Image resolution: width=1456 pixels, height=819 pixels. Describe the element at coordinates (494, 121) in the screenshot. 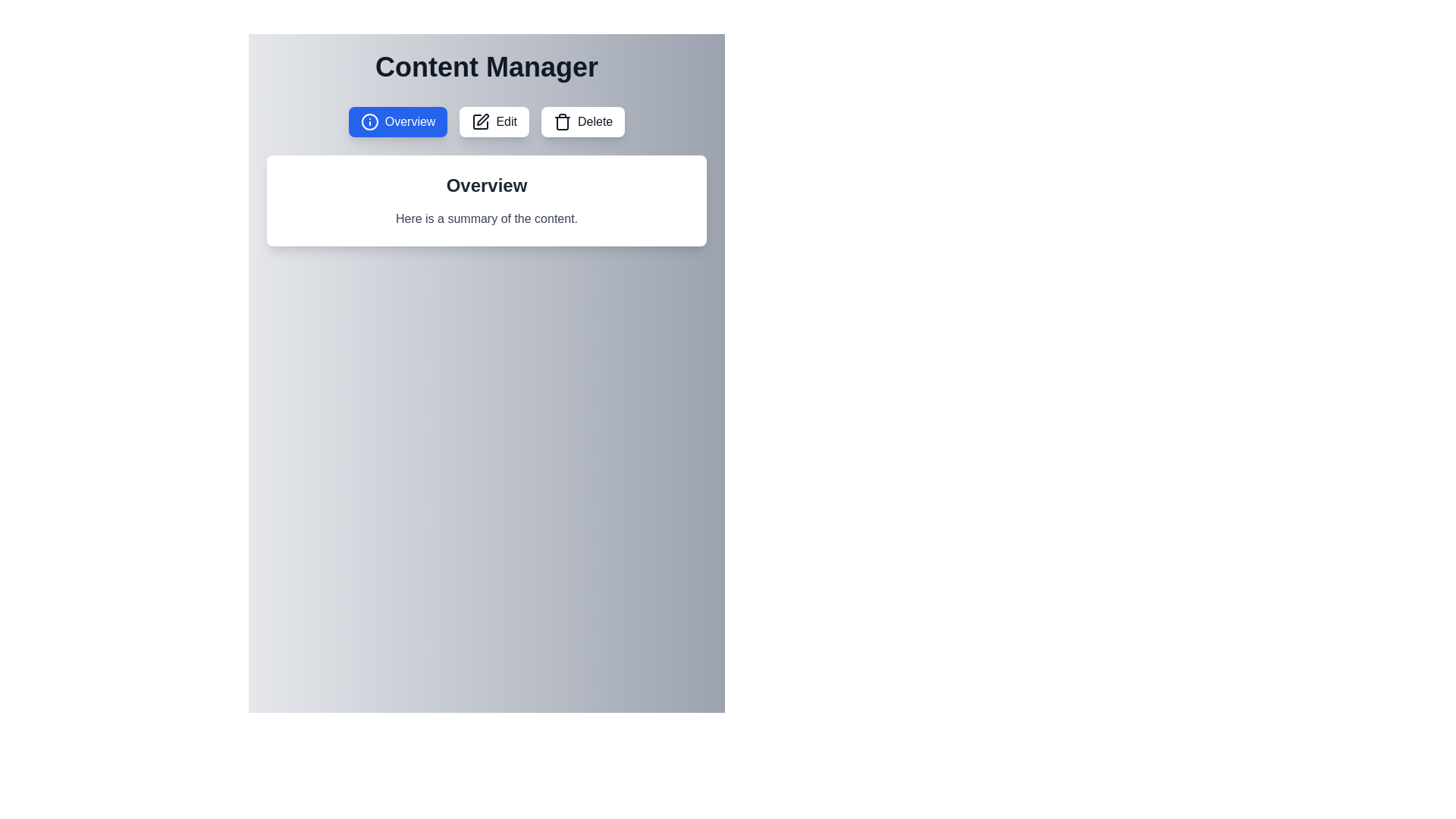

I see `the Edit tab by clicking on its button` at that location.